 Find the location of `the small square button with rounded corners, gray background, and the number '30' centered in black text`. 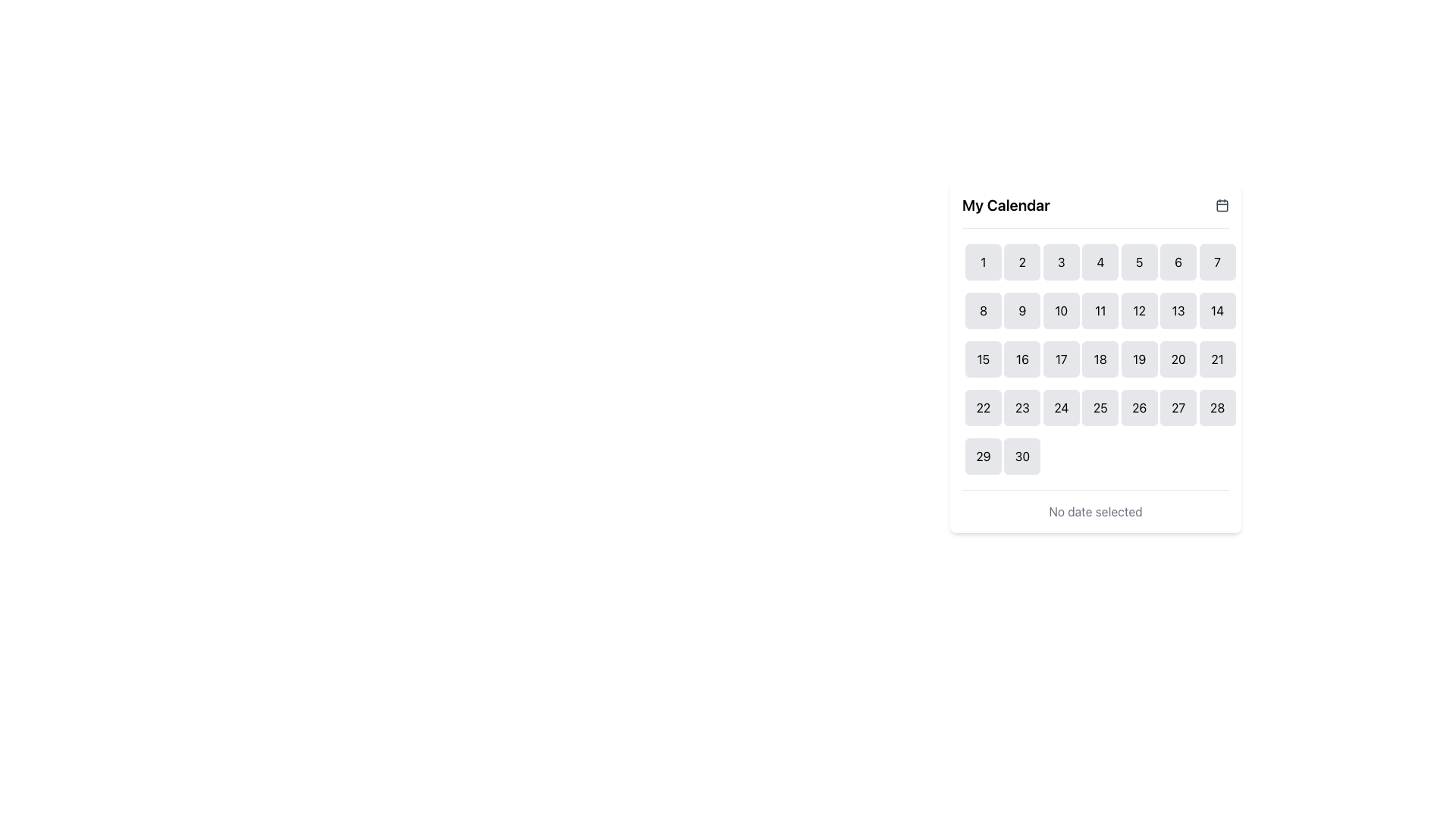

the small square button with rounded corners, gray background, and the number '30' centered in black text is located at coordinates (1022, 455).